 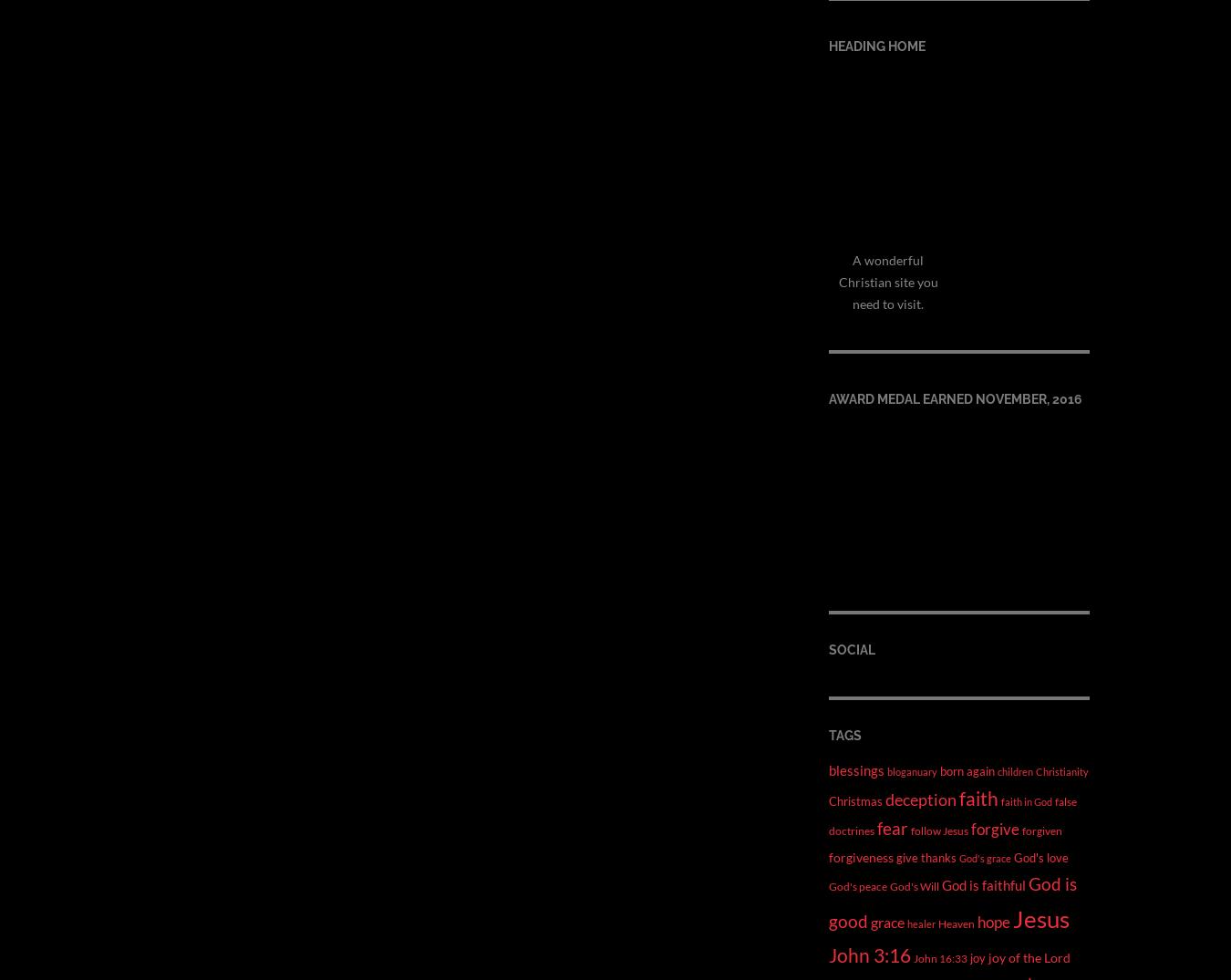 What do you see at coordinates (892, 828) in the screenshot?
I see `'fear'` at bounding box center [892, 828].